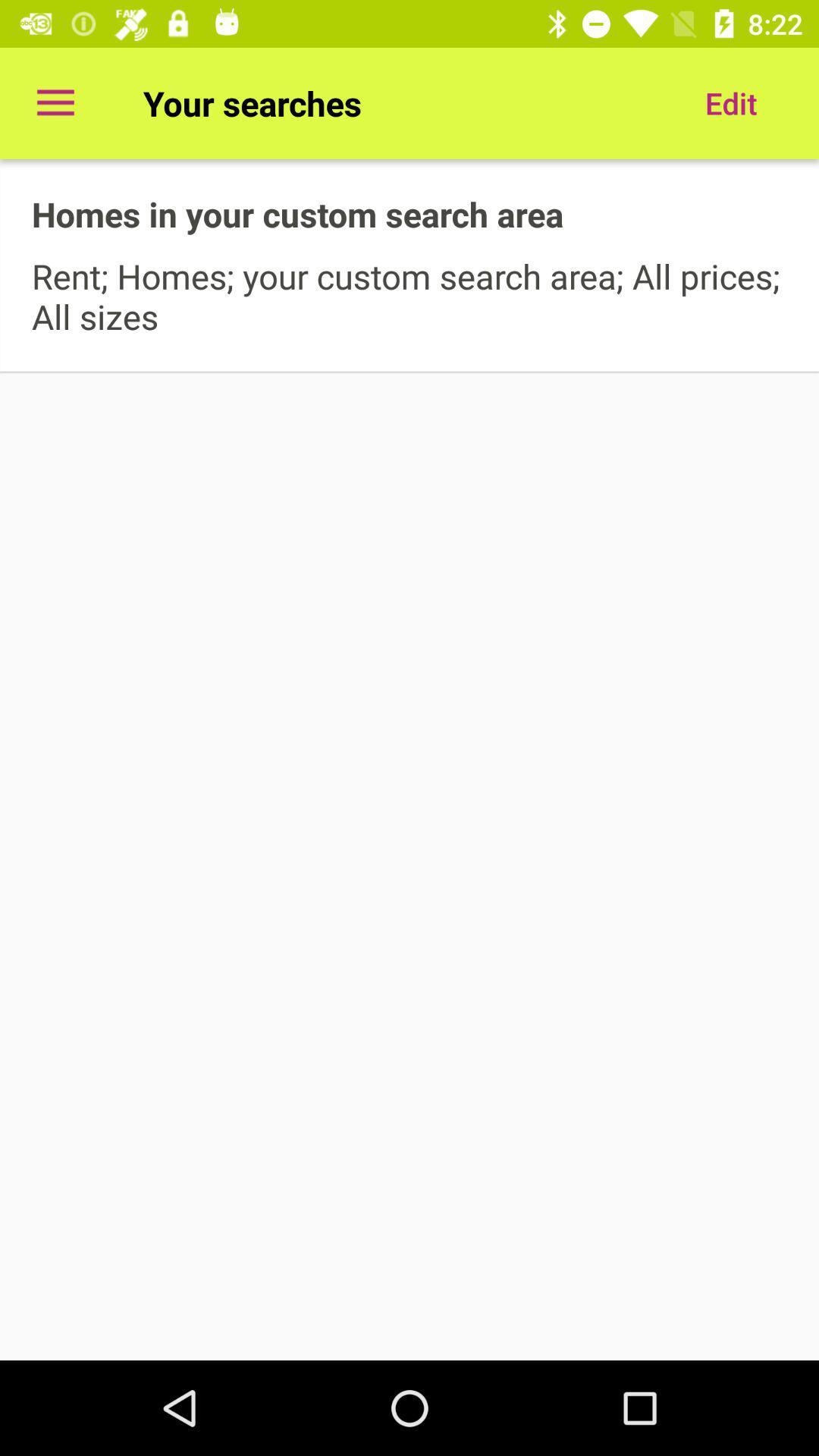 Image resolution: width=819 pixels, height=1456 pixels. I want to click on item next to the your searches item, so click(730, 102).